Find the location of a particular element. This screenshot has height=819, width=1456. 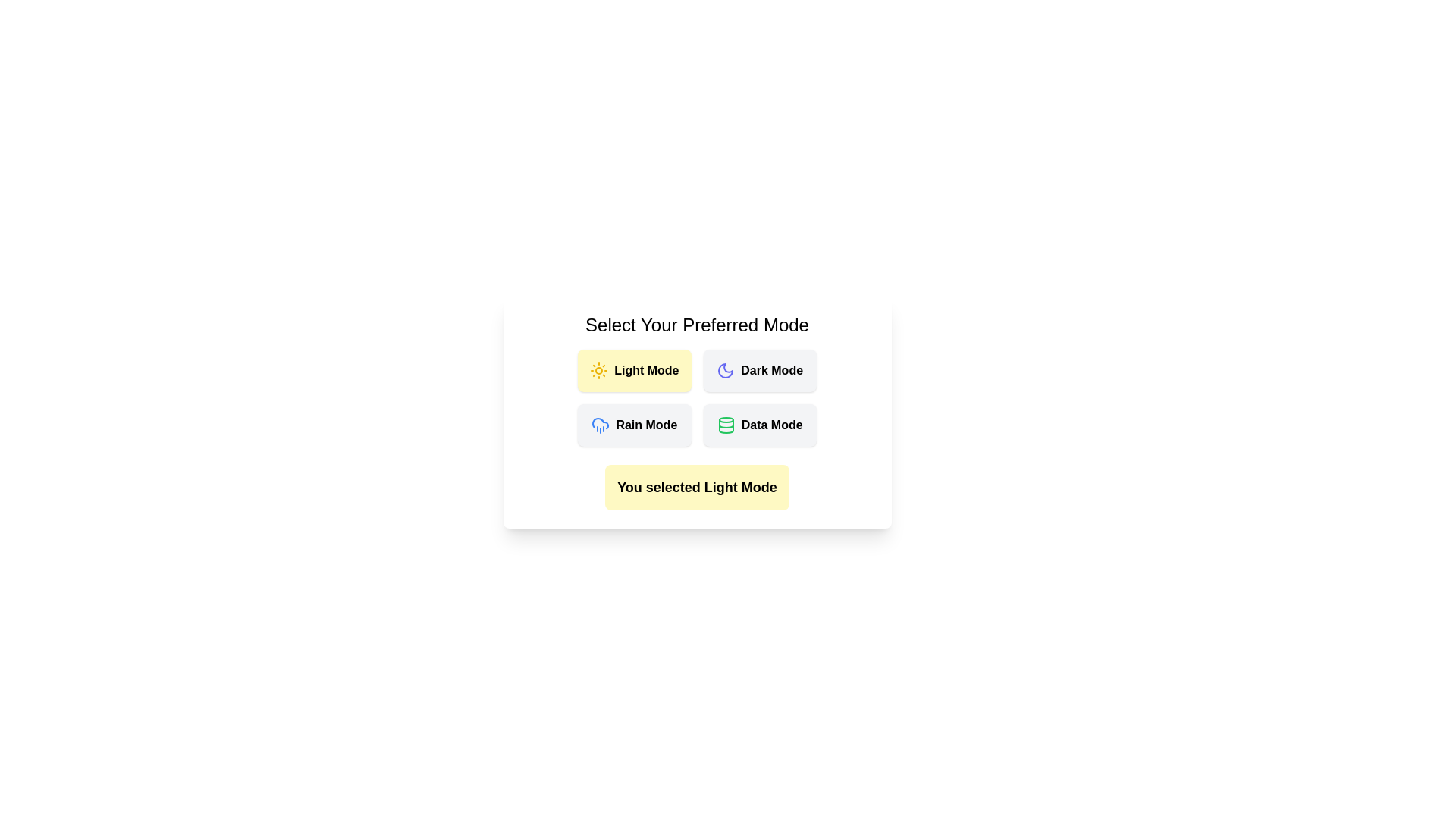

the 'Dark Mode' button located in the top-right cell of the 2x2 grid layout is located at coordinates (760, 371).